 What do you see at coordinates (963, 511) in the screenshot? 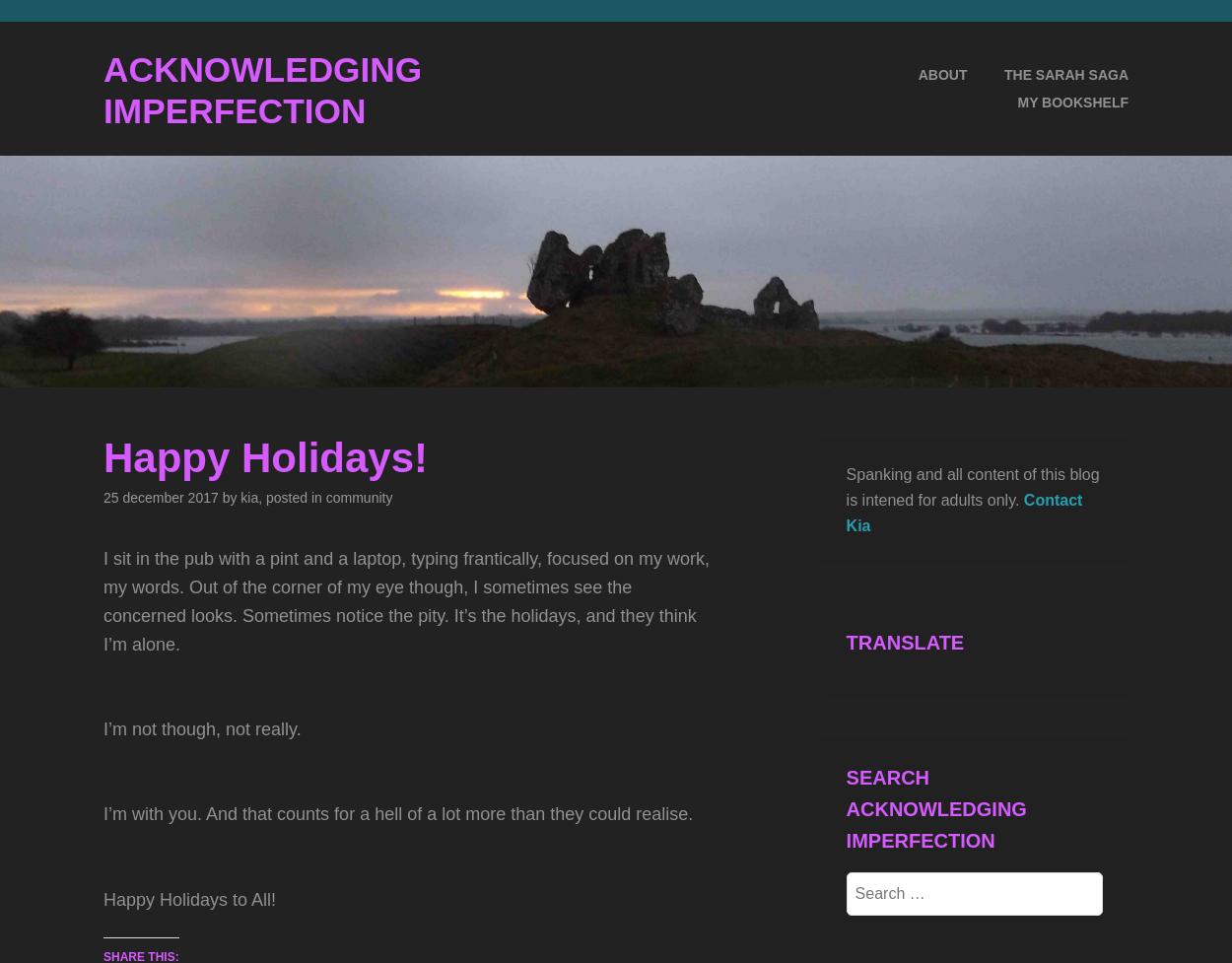
I see `'Contact Kia'` at bounding box center [963, 511].